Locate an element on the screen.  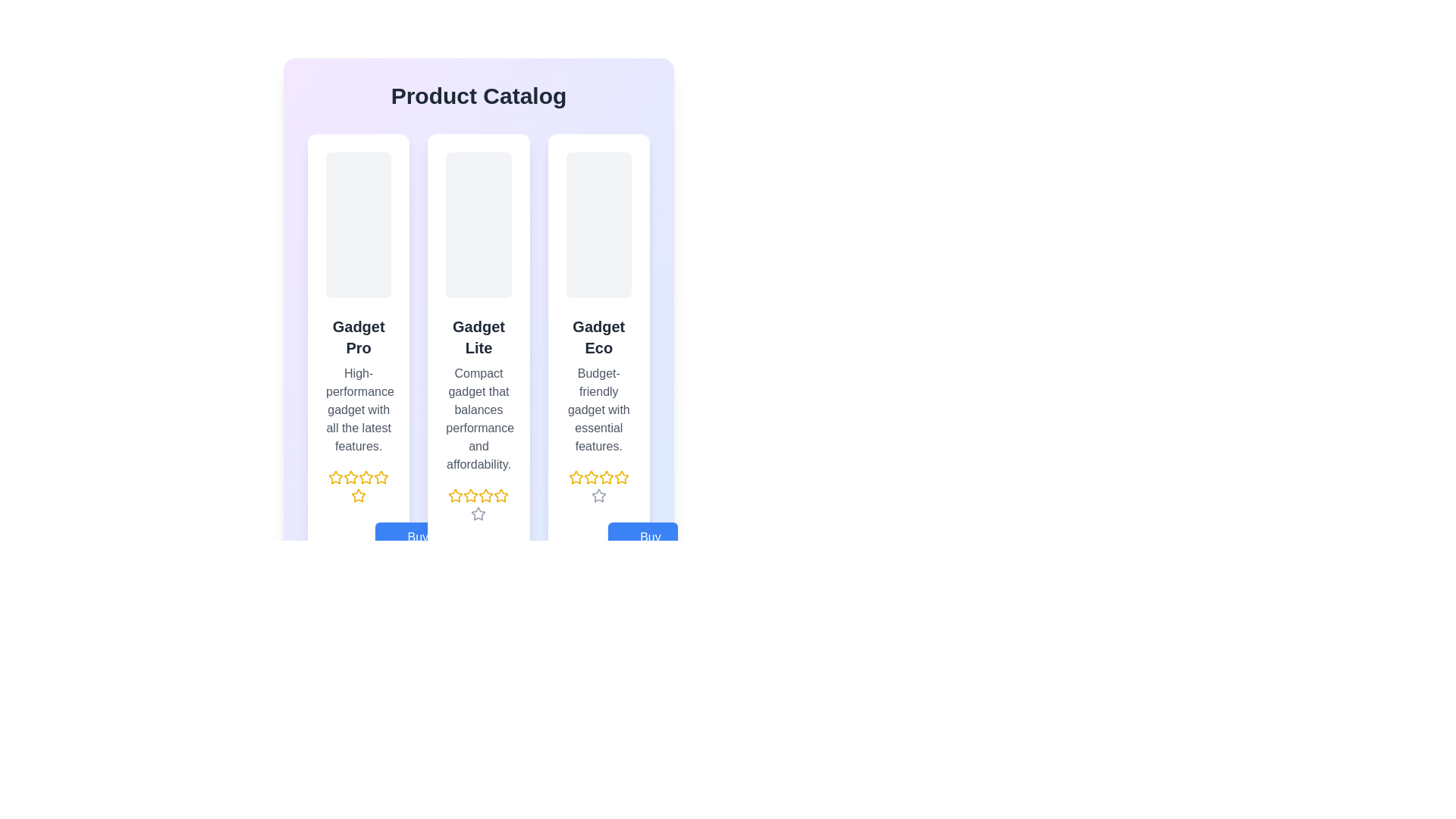
the fifth star-shaped SVG graphic with a yellow border under the 'Gadget Pro' section in the product card is located at coordinates (381, 476).